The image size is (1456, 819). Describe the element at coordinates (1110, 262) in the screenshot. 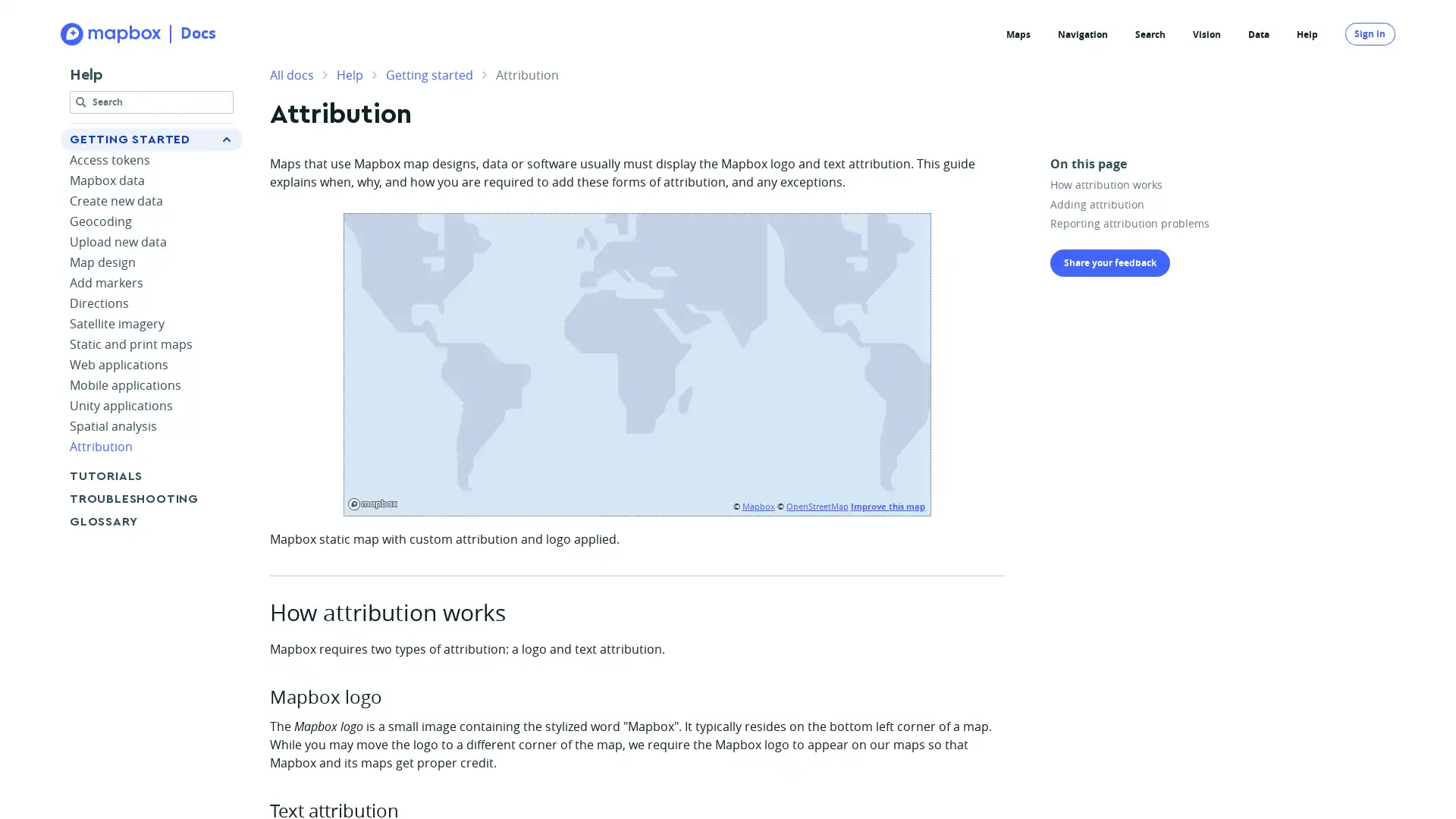

I see `Share your feedback` at that location.